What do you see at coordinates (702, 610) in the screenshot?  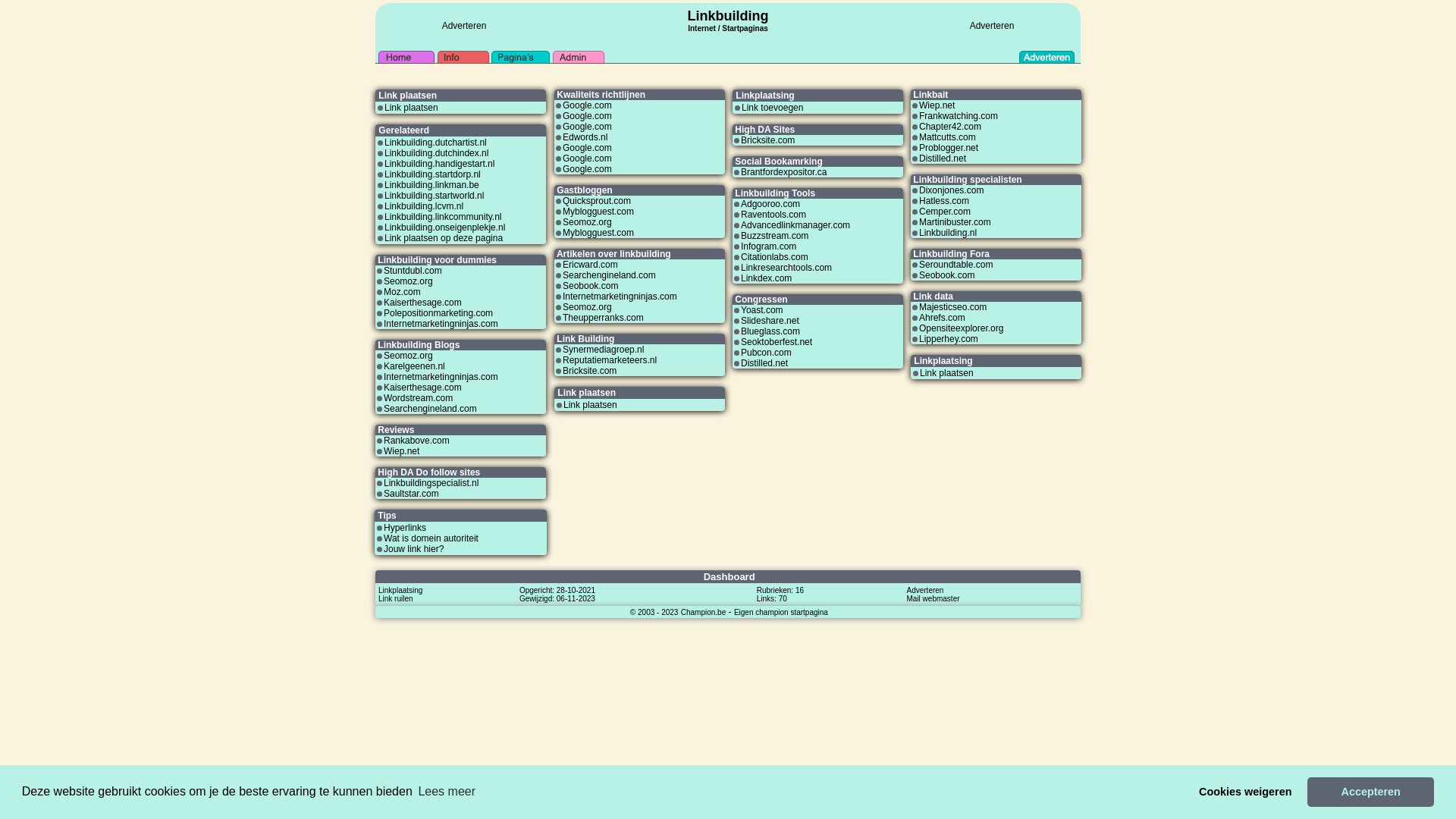 I see `'Champion.be'` at bounding box center [702, 610].